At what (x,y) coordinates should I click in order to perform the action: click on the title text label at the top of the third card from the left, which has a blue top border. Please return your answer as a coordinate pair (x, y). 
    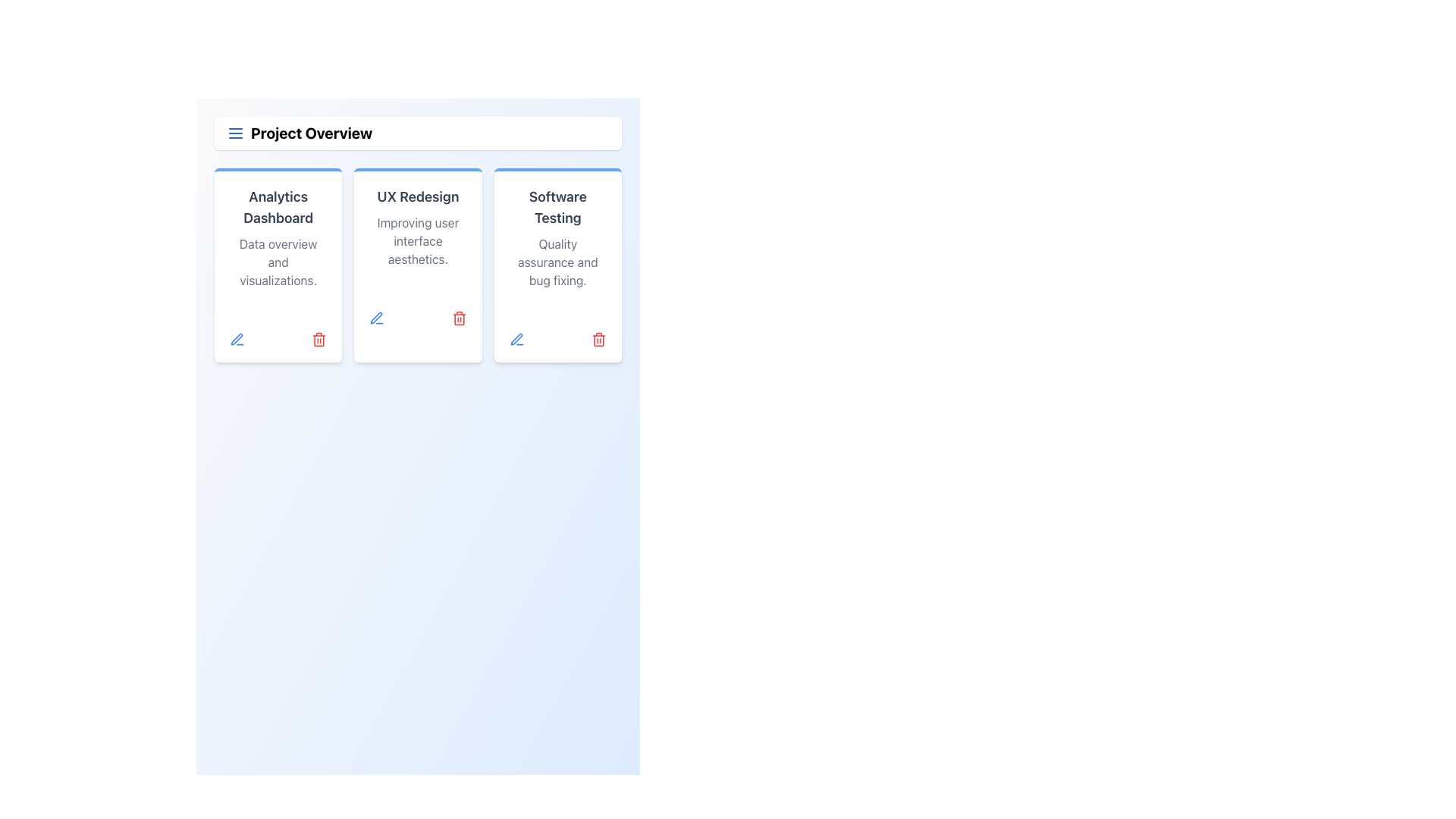
    Looking at the image, I should click on (557, 207).